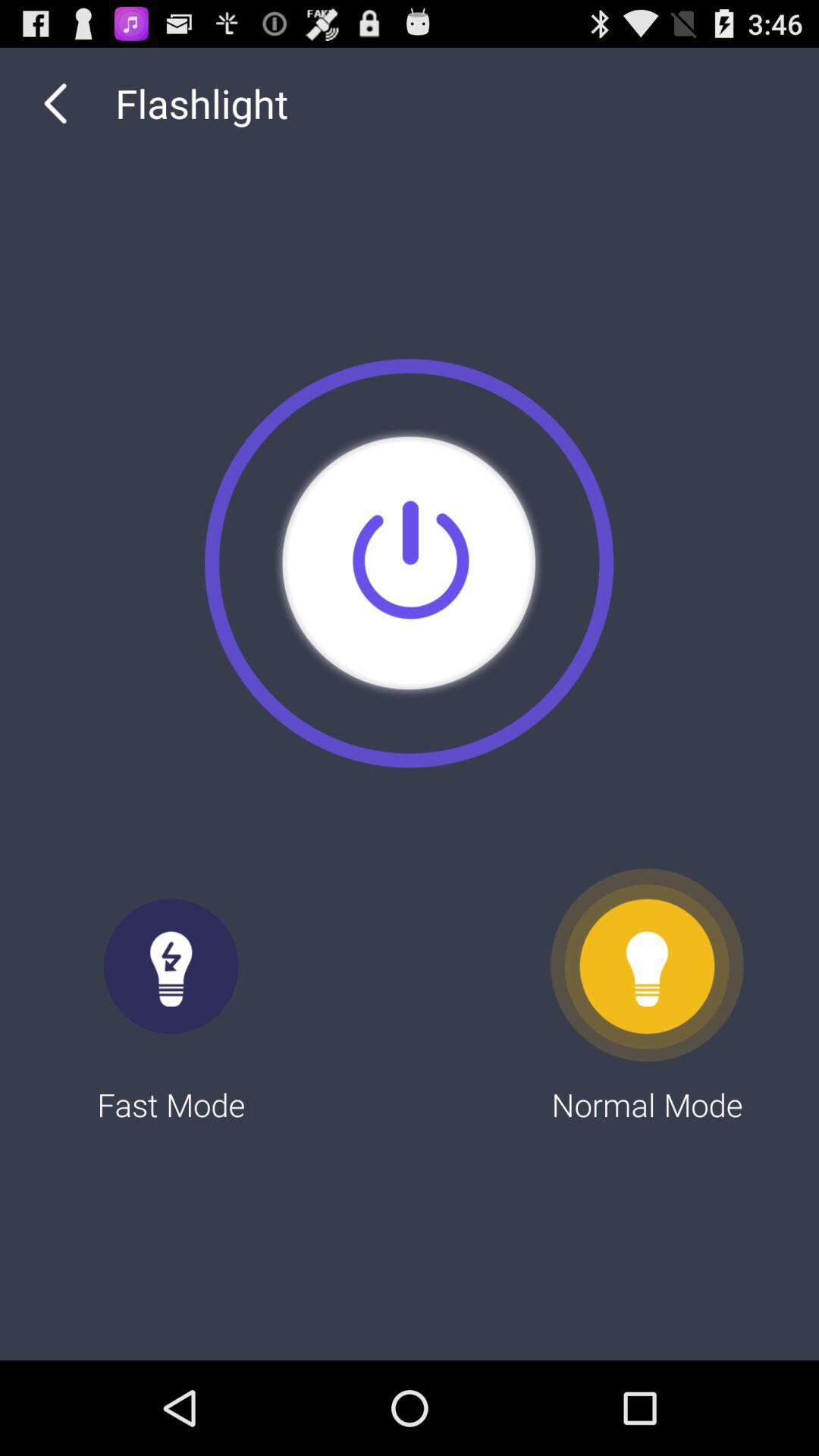 The width and height of the screenshot is (819, 1456). Describe the element at coordinates (647, 996) in the screenshot. I see `normal mode at the bottom right corner` at that location.